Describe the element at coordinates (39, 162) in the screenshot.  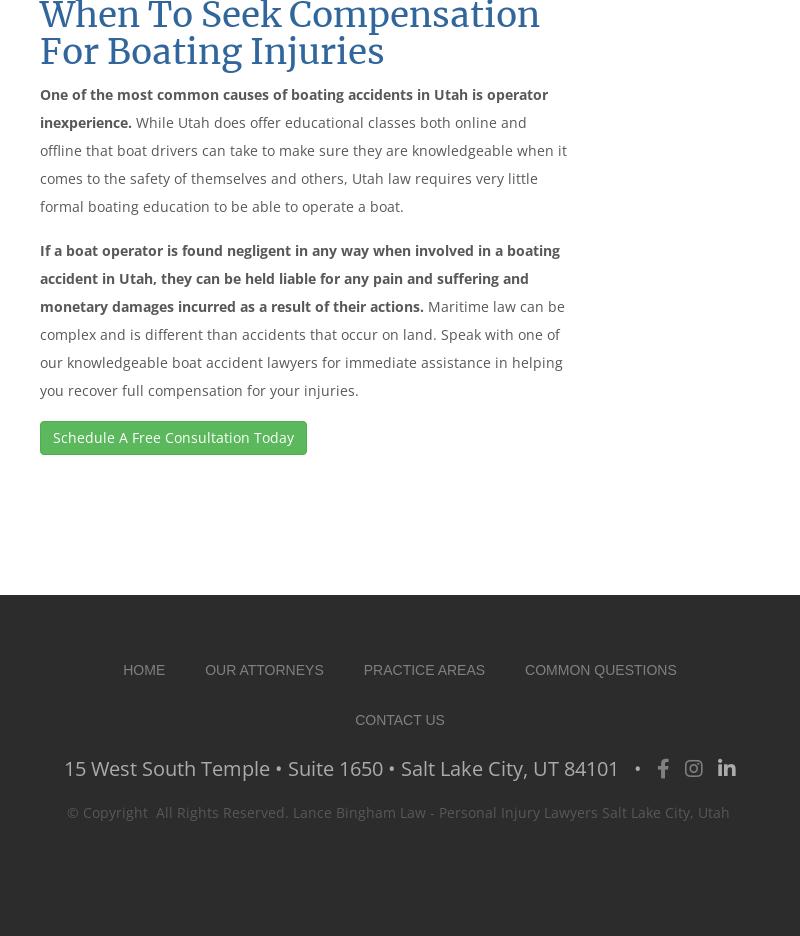
I see `'While Utah does offer educational classes both online and offline that boat drivers can take to make sure they are knowledgeable when it comes to the safety of themselves and others, Utah law requires very little formal boating education to be able to operate a boat.'` at that location.